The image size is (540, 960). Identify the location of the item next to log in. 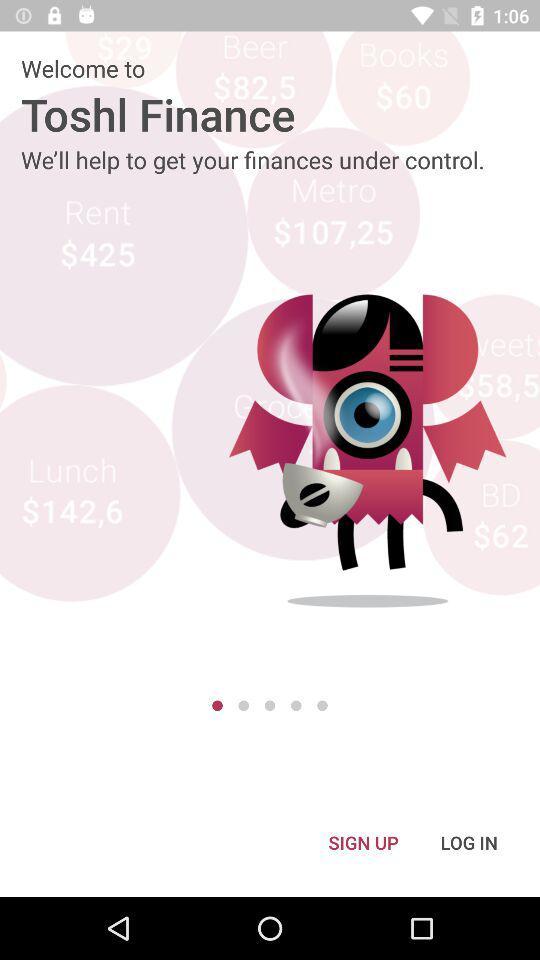
(362, 841).